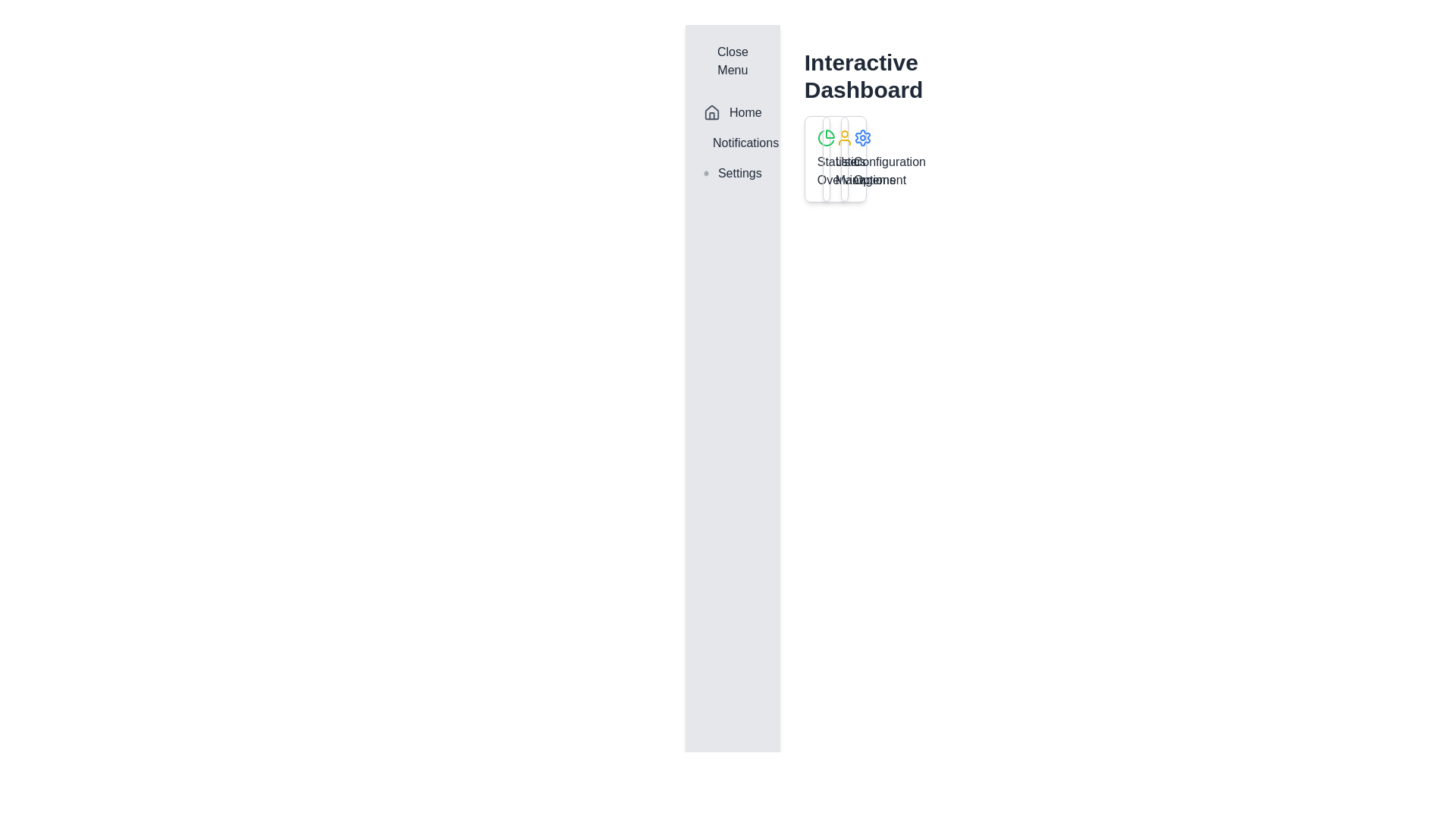 The height and width of the screenshot is (819, 1456). What do you see at coordinates (834, 158) in the screenshot?
I see `the User Management card, which is the second card in a row of three` at bounding box center [834, 158].